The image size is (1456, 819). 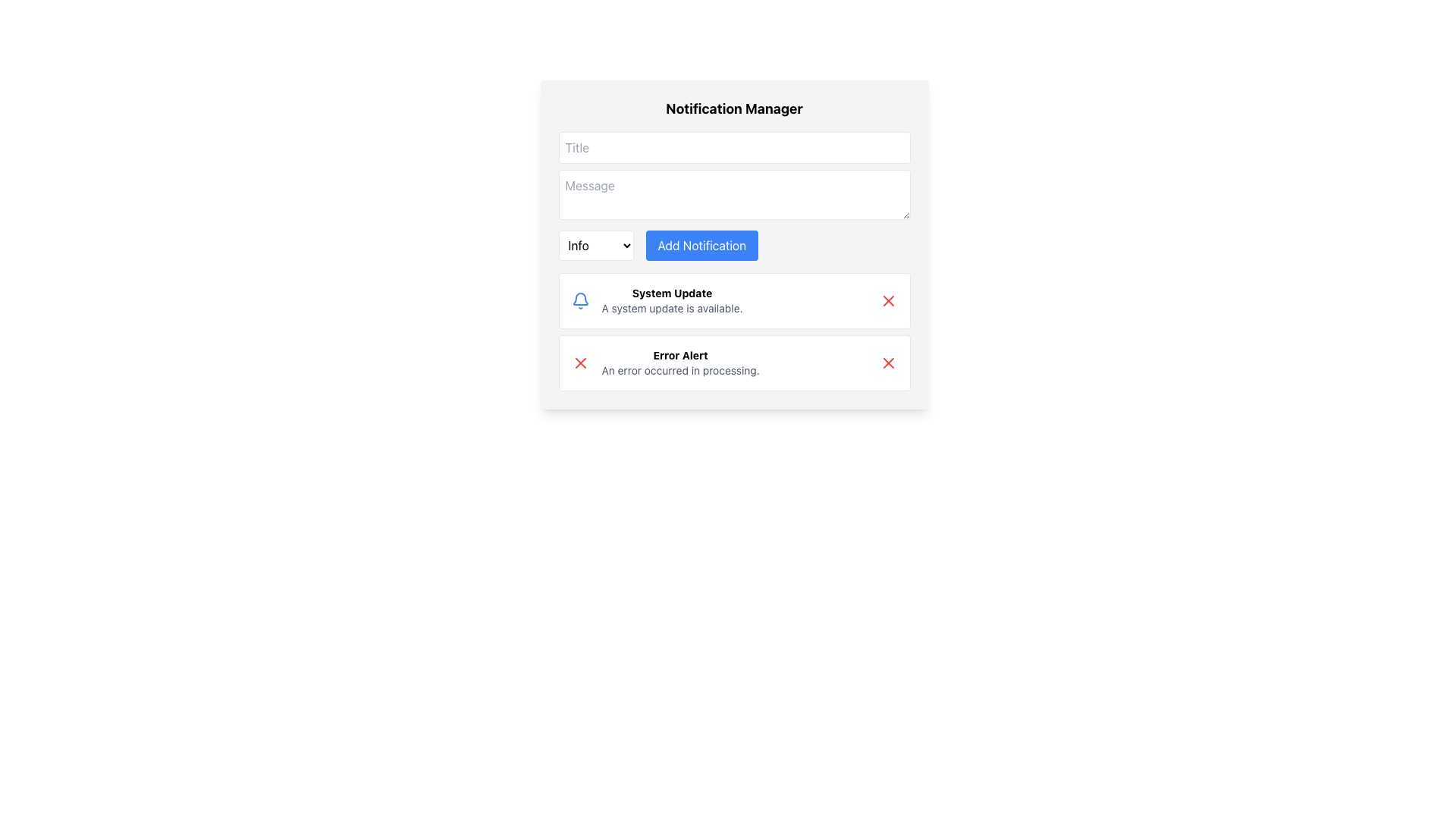 What do you see at coordinates (701, 245) in the screenshot?
I see `the button labeled 'Add Notification' with a blue background` at bounding box center [701, 245].